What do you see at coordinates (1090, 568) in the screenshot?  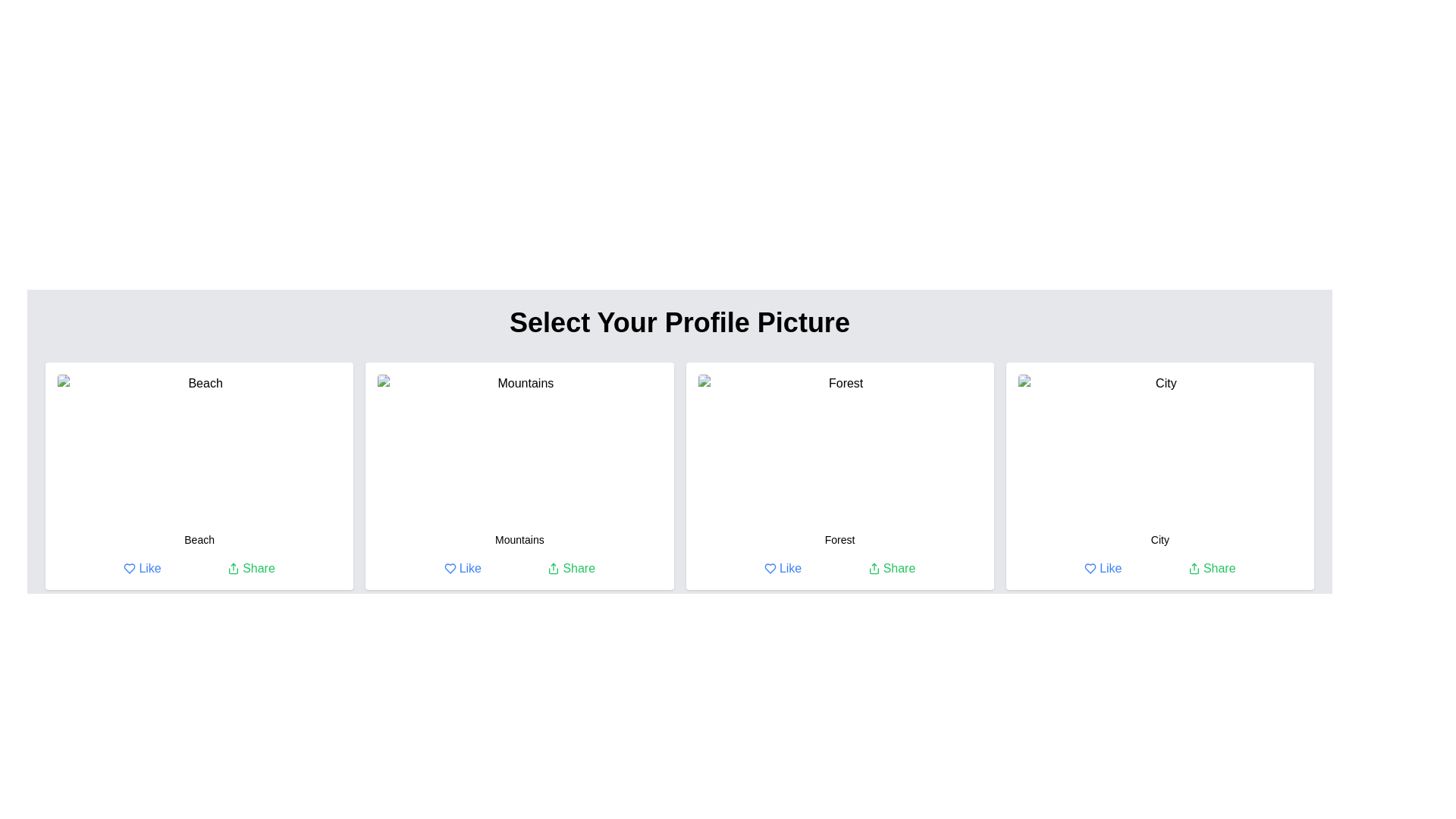 I see `the heart-shaped 'Like' icon with a blueish tint located in the 'City' card section, adjacent to the text 'Like'` at bounding box center [1090, 568].